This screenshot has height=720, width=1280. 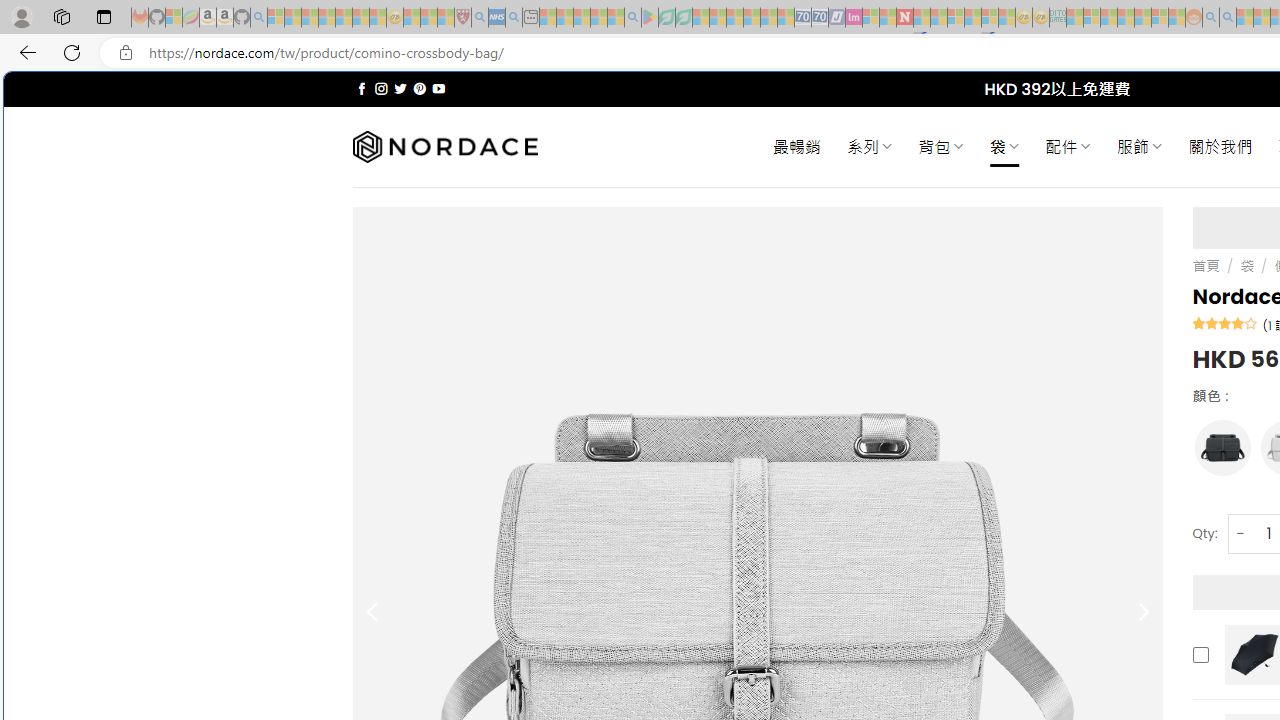 I want to click on 'Follow on YouTube', so click(x=438, y=88).